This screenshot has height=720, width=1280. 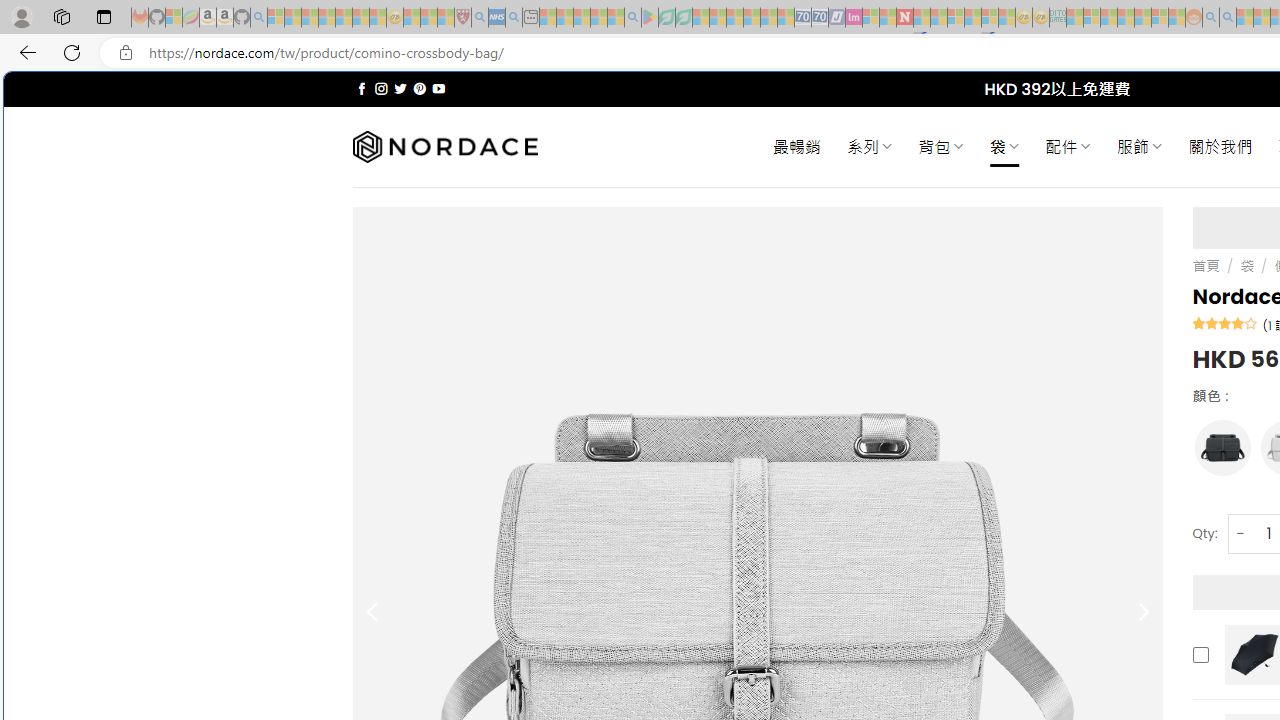 I want to click on 'Follow on YouTube', so click(x=438, y=88).